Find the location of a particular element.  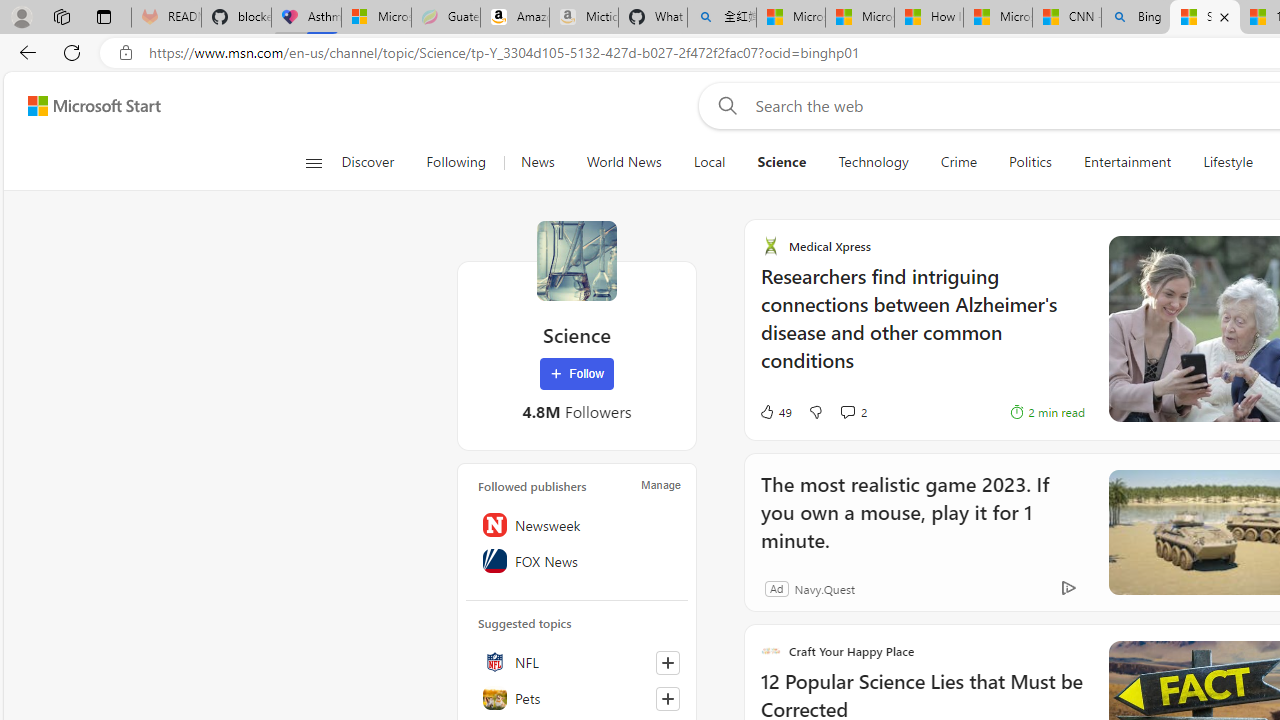

'Bing' is located at coordinates (1136, 17).